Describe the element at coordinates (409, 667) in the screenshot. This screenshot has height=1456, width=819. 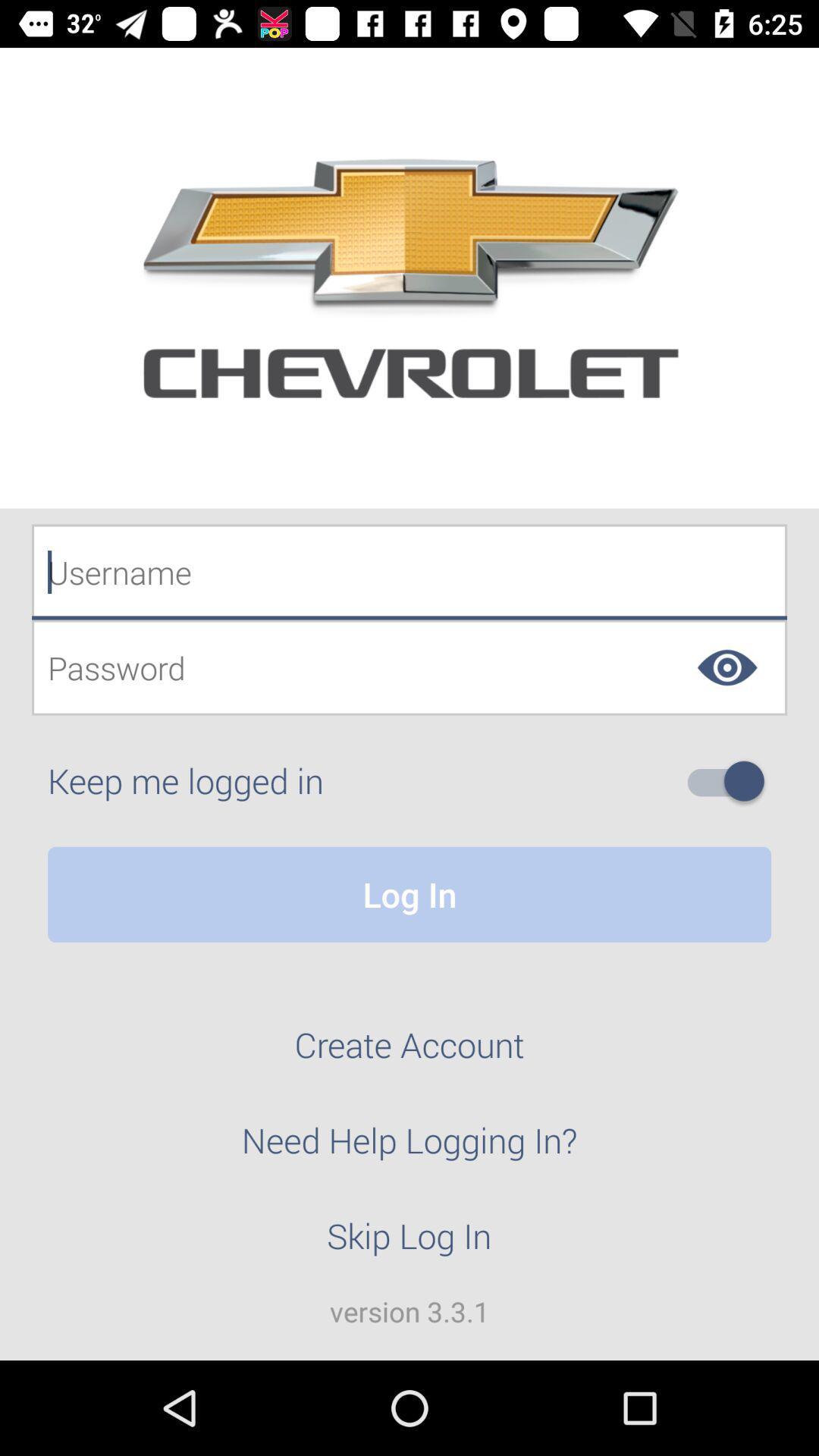
I see `item above the keep me logged item` at that location.